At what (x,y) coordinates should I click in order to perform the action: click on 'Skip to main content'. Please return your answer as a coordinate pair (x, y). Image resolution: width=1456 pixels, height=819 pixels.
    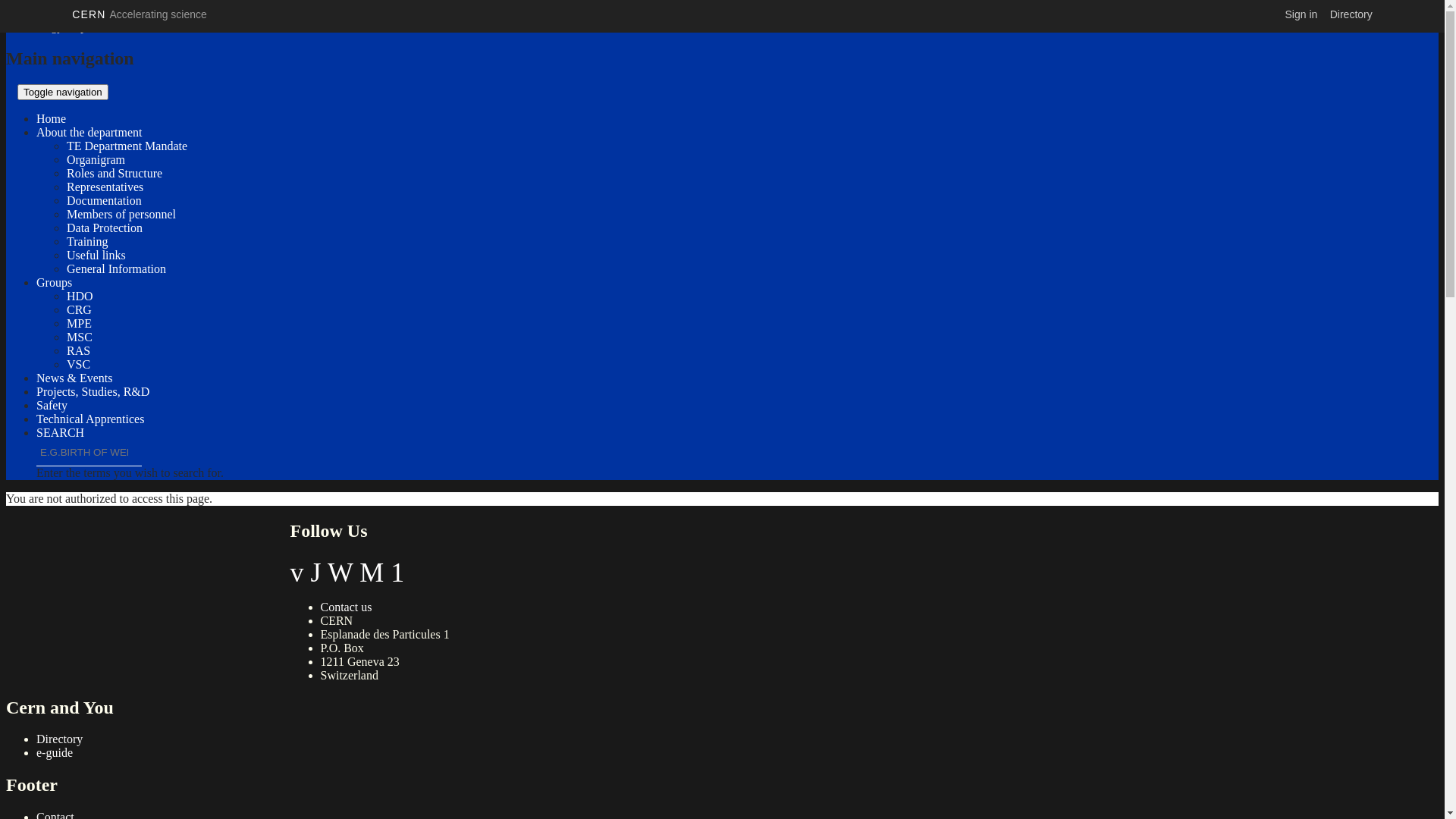
    Looking at the image, I should click on (56, 12).